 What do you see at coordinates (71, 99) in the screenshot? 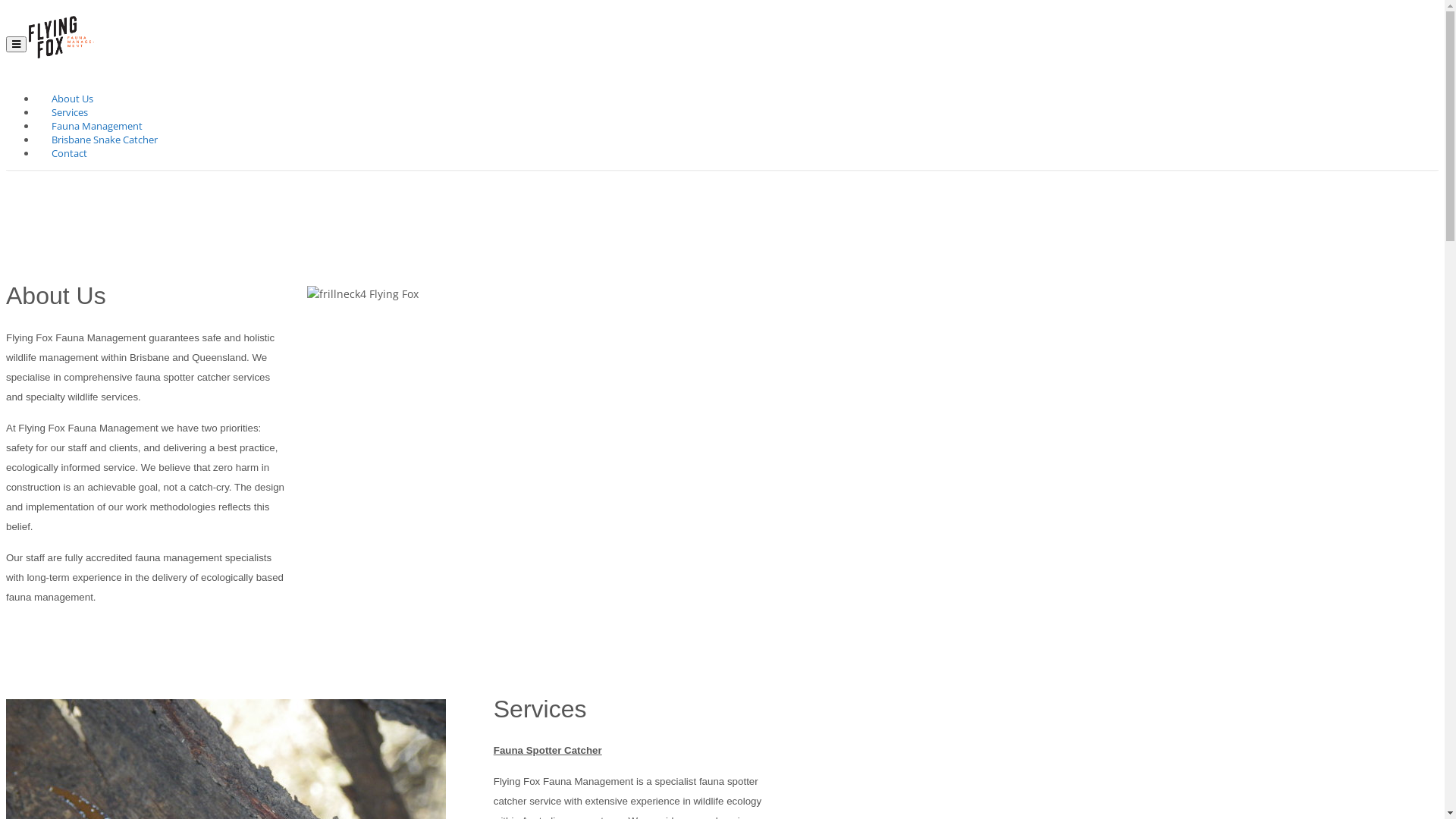
I see `'About Us'` at bounding box center [71, 99].